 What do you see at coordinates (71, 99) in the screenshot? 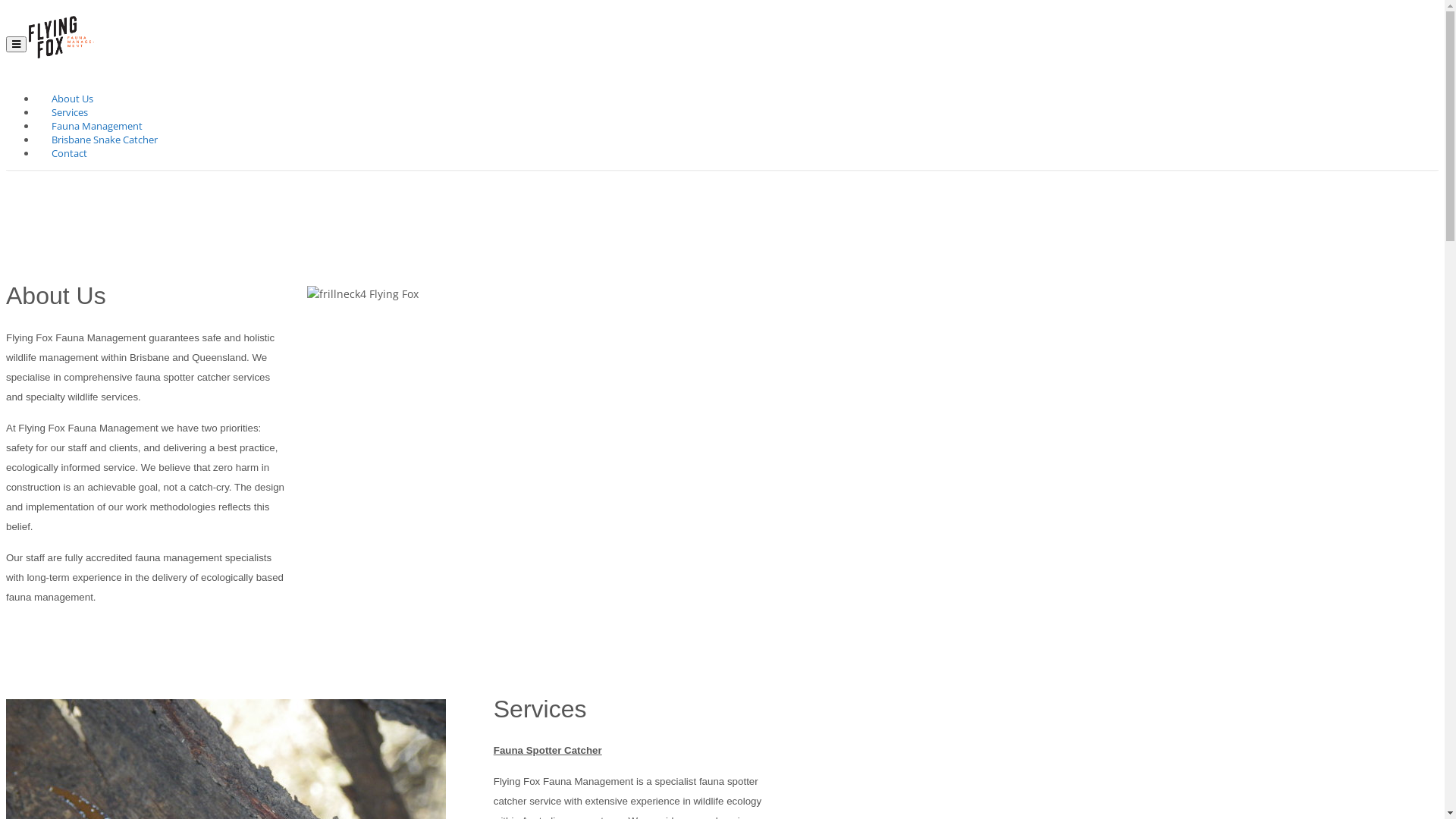
I see `'About Us'` at bounding box center [71, 99].